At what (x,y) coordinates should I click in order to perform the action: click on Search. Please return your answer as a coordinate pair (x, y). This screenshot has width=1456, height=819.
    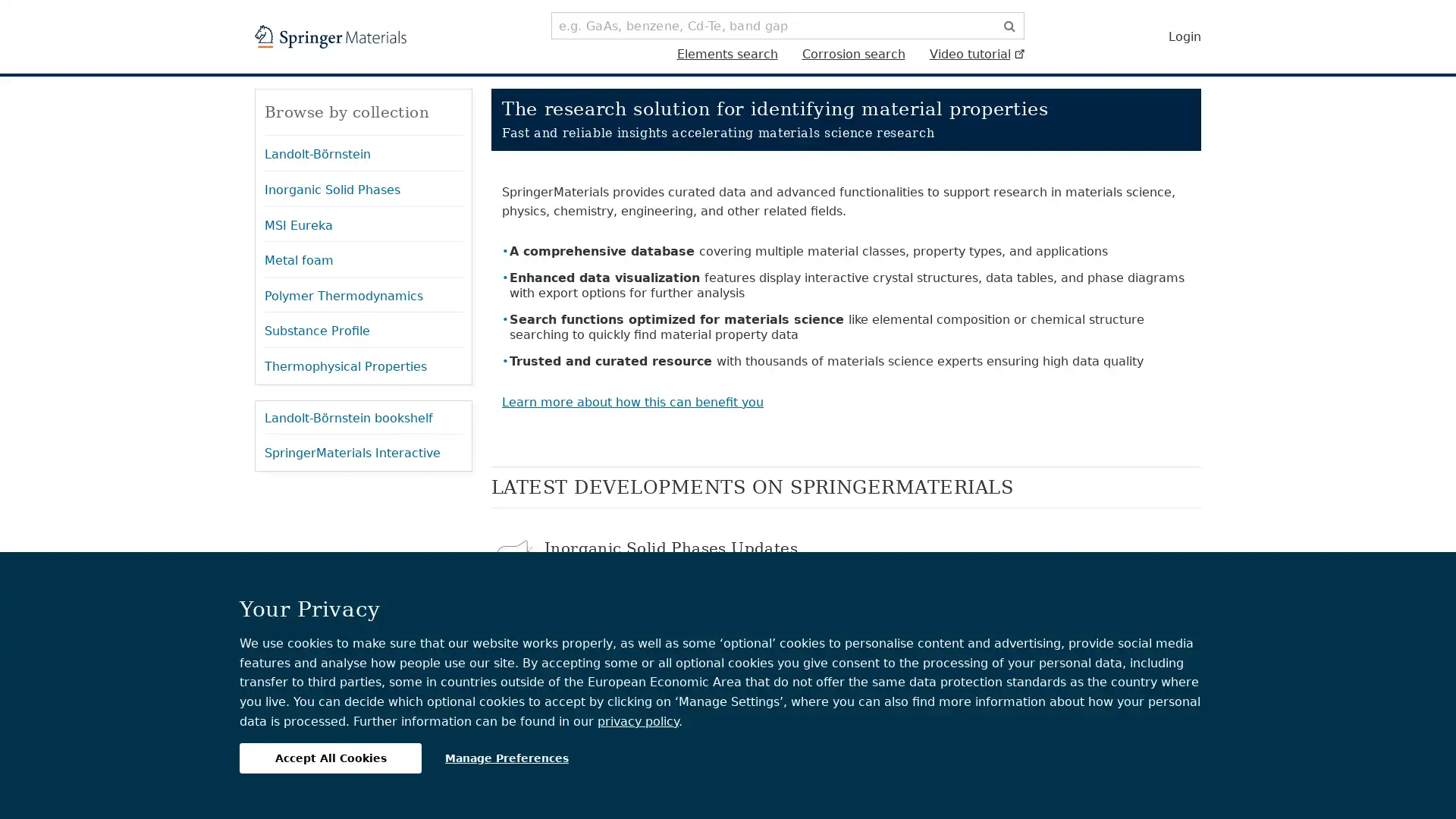
    Looking at the image, I should click on (1009, 26).